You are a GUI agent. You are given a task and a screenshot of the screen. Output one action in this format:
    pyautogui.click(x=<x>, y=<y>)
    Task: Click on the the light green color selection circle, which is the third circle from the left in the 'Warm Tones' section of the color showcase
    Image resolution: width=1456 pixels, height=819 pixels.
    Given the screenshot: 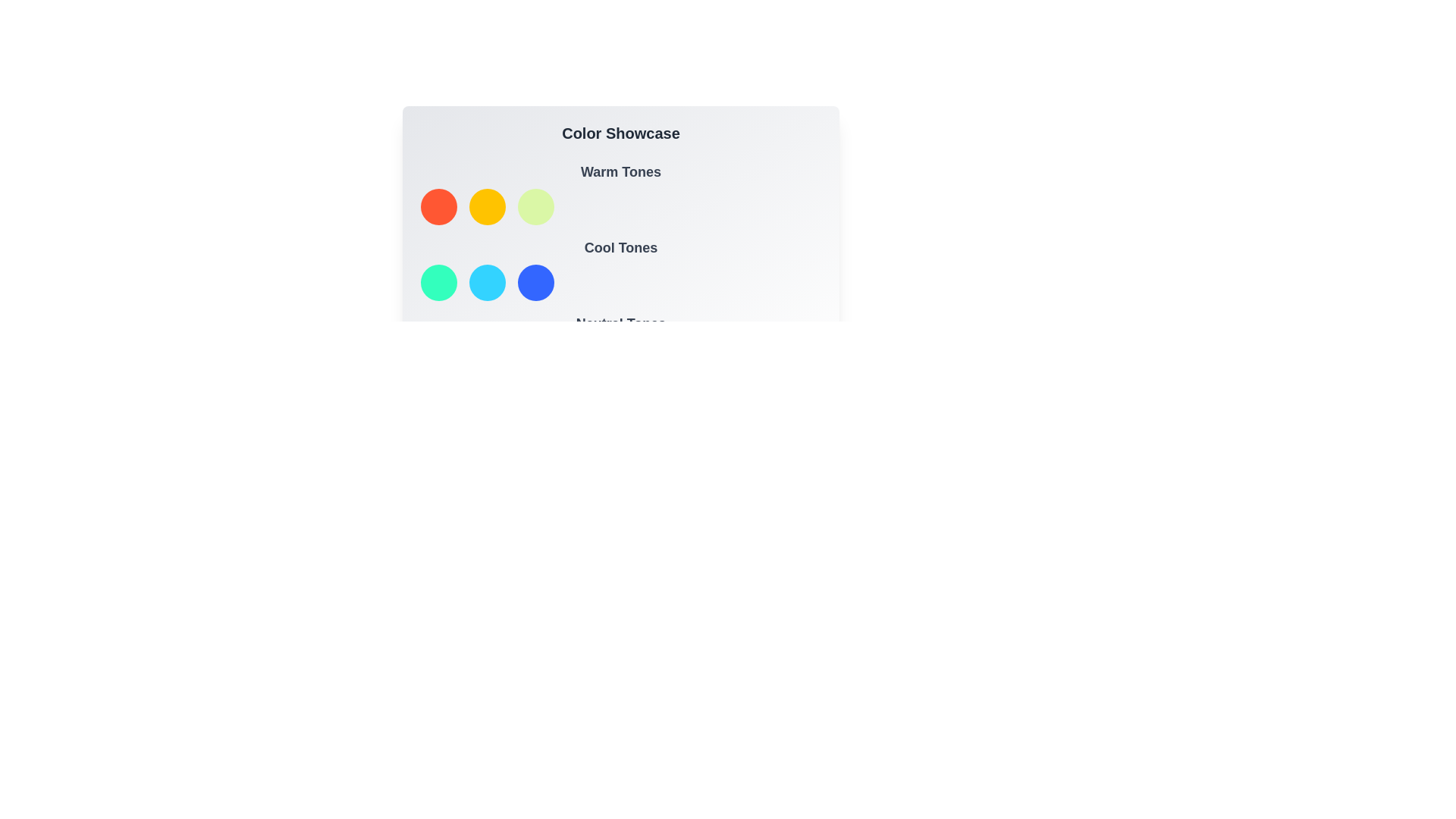 What is the action you would take?
    pyautogui.click(x=535, y=207)
    